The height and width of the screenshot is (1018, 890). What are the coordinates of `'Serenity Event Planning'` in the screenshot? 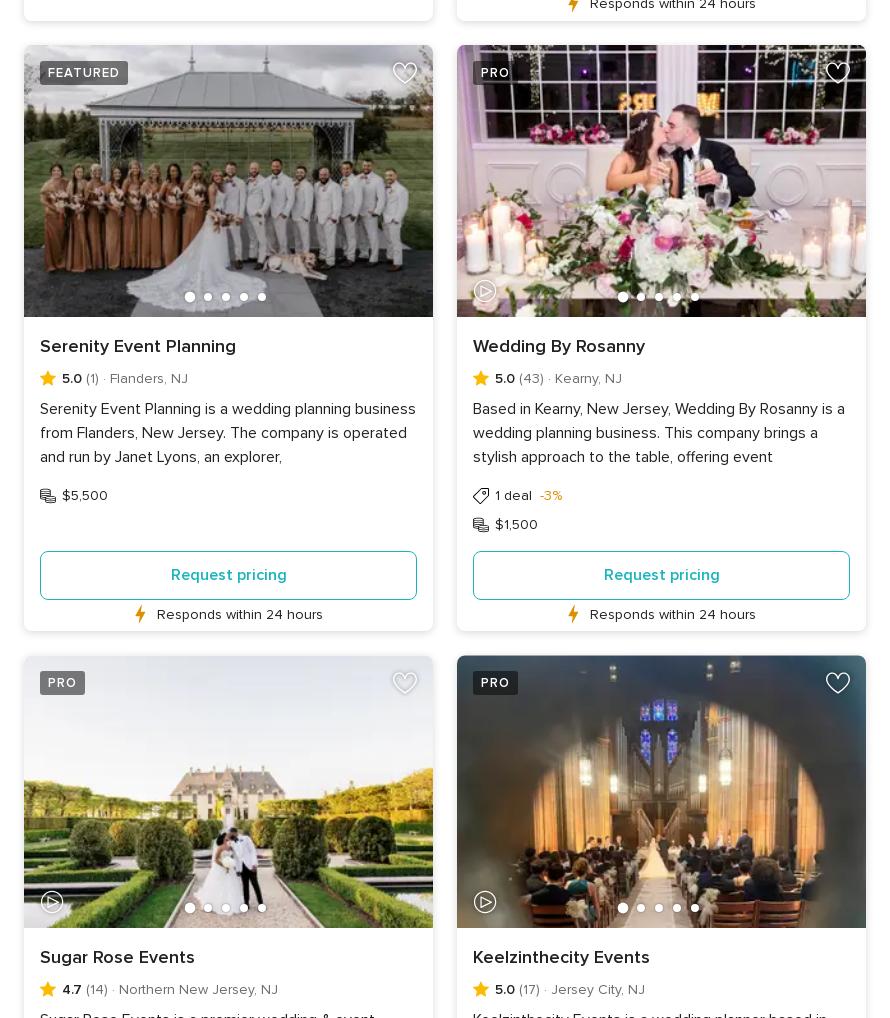 It's located at (137, 345).